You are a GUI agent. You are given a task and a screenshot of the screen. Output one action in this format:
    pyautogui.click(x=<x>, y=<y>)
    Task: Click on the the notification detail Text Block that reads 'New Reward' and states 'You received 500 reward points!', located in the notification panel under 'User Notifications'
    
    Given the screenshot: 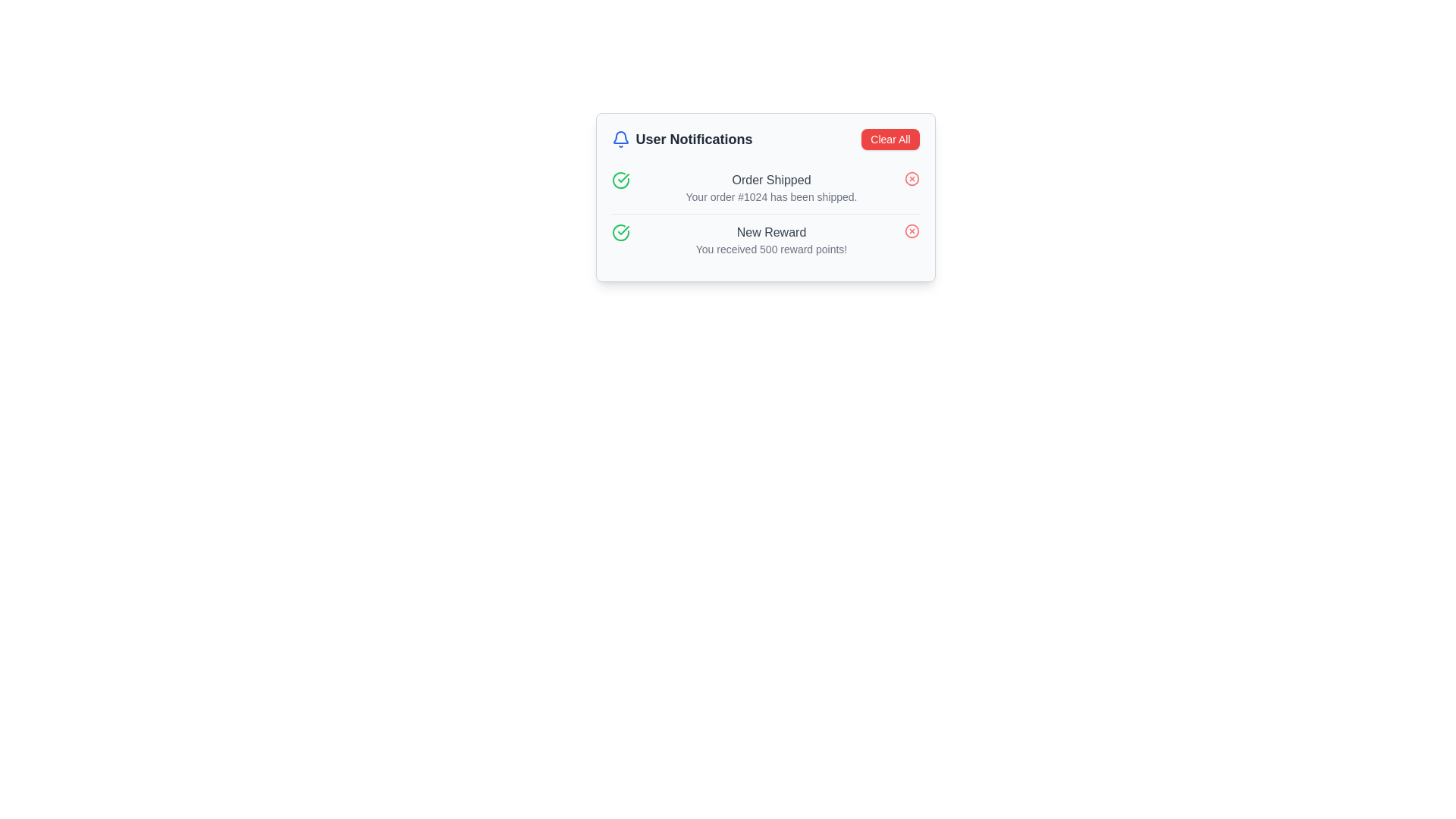 What is the action you would take?
    pyautogui.click(x=771, y=239)
    